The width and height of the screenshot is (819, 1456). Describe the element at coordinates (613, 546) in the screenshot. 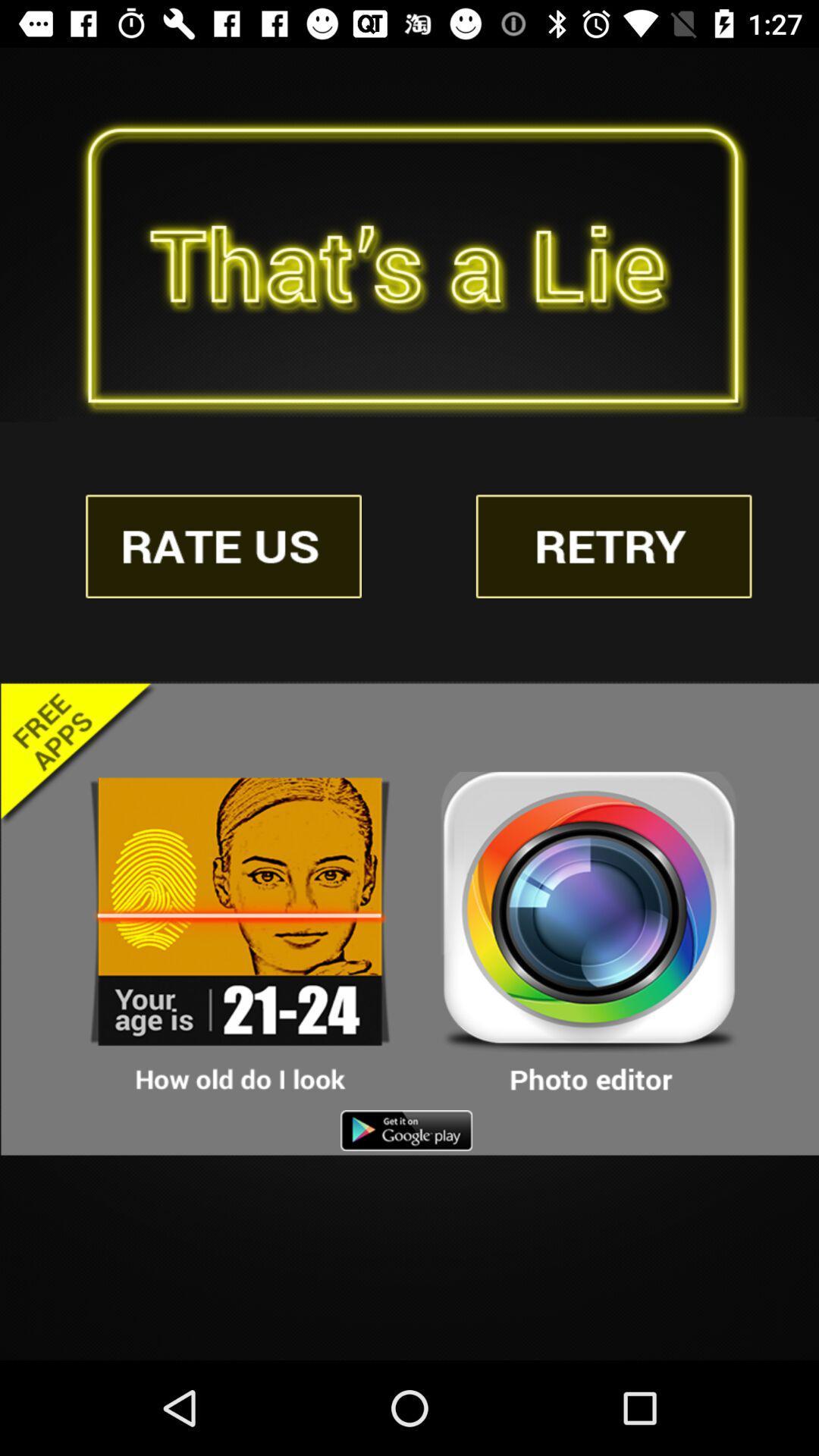

I see `retry game` at that location.